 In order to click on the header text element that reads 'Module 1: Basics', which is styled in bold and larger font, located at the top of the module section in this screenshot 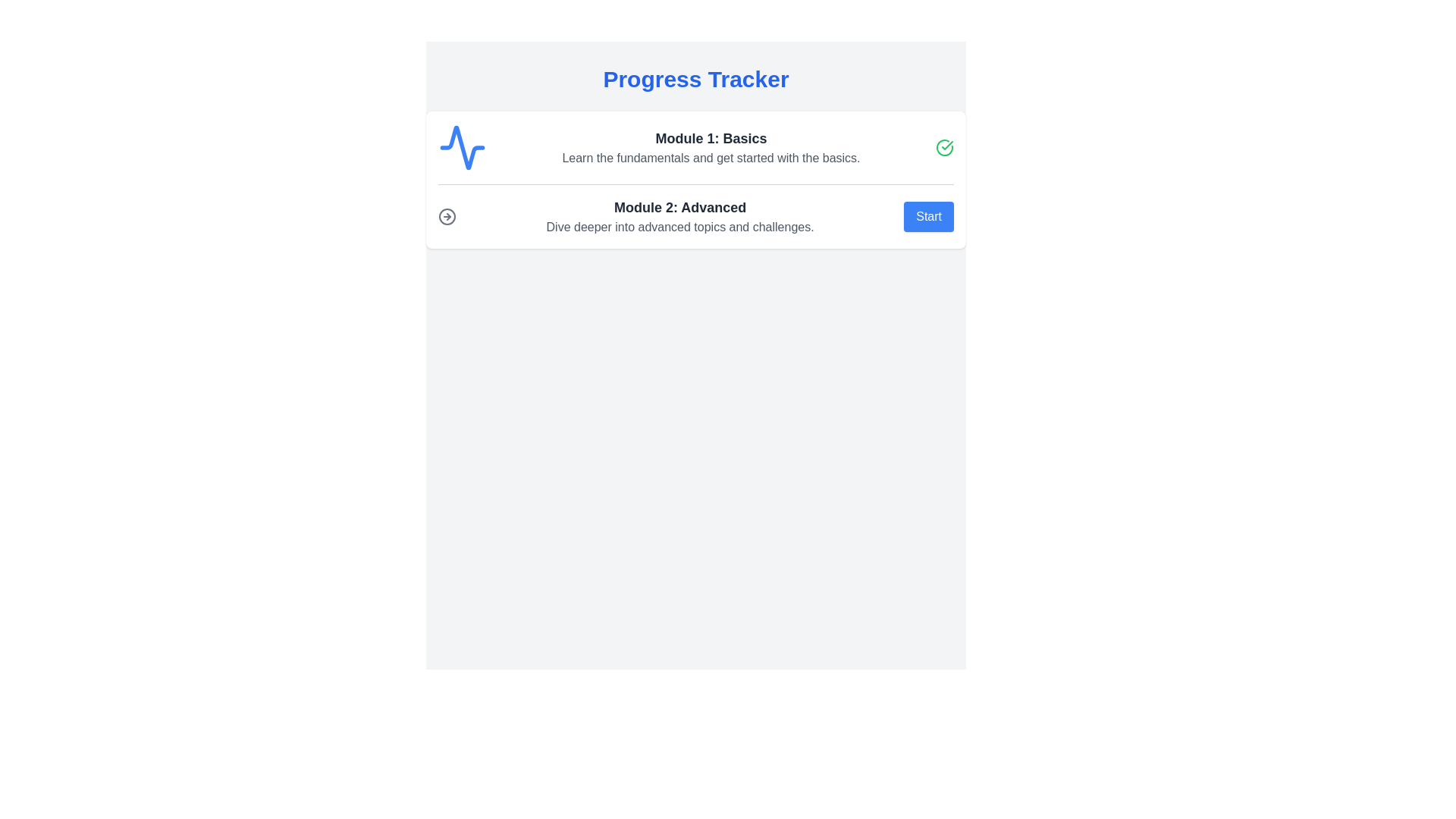, I will do `click(710, 138)`.